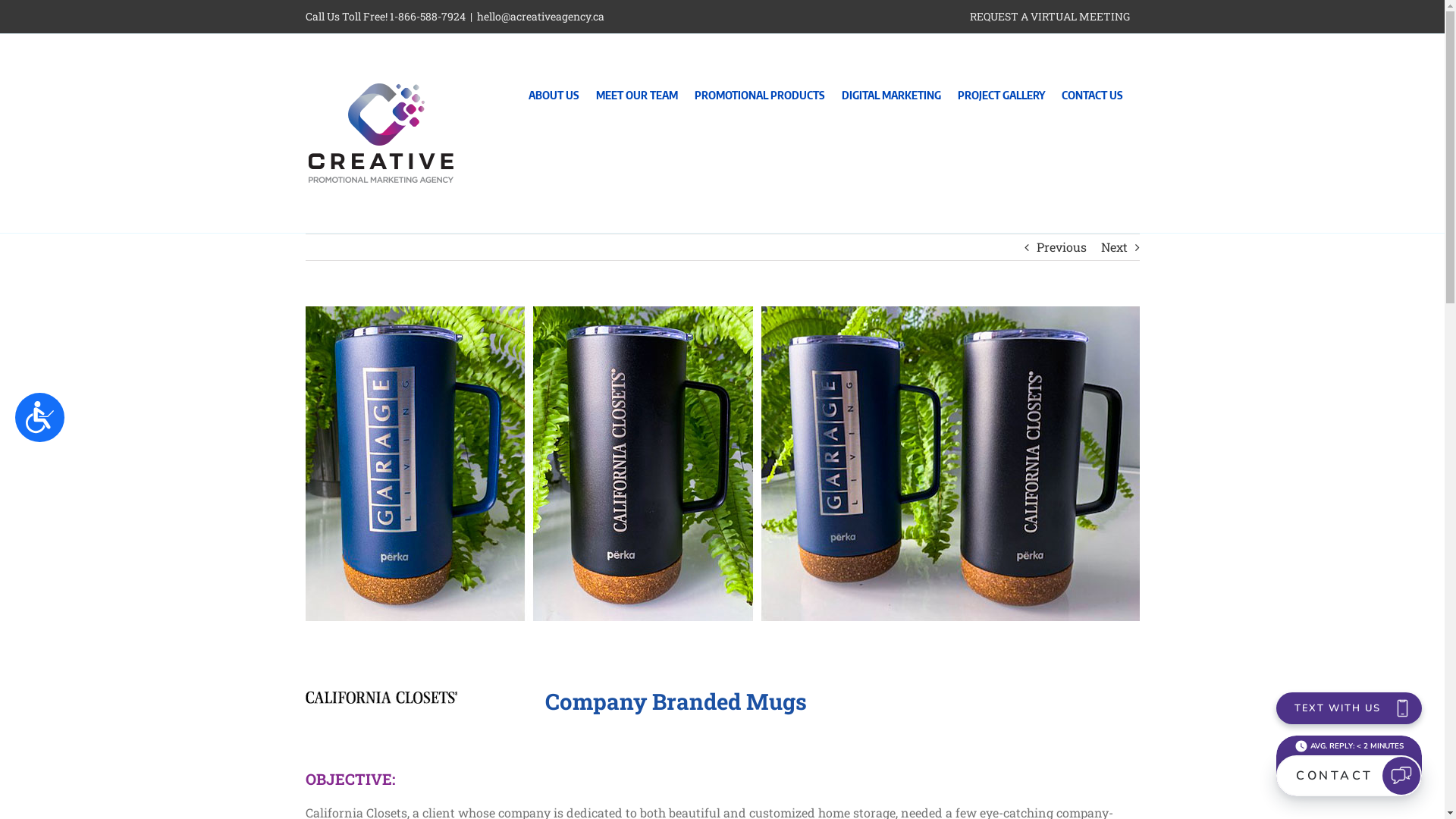 The width and height of the screenshot is (1456, 819). I want to click on 'MEET OUR TEAM', so click(637, 90).